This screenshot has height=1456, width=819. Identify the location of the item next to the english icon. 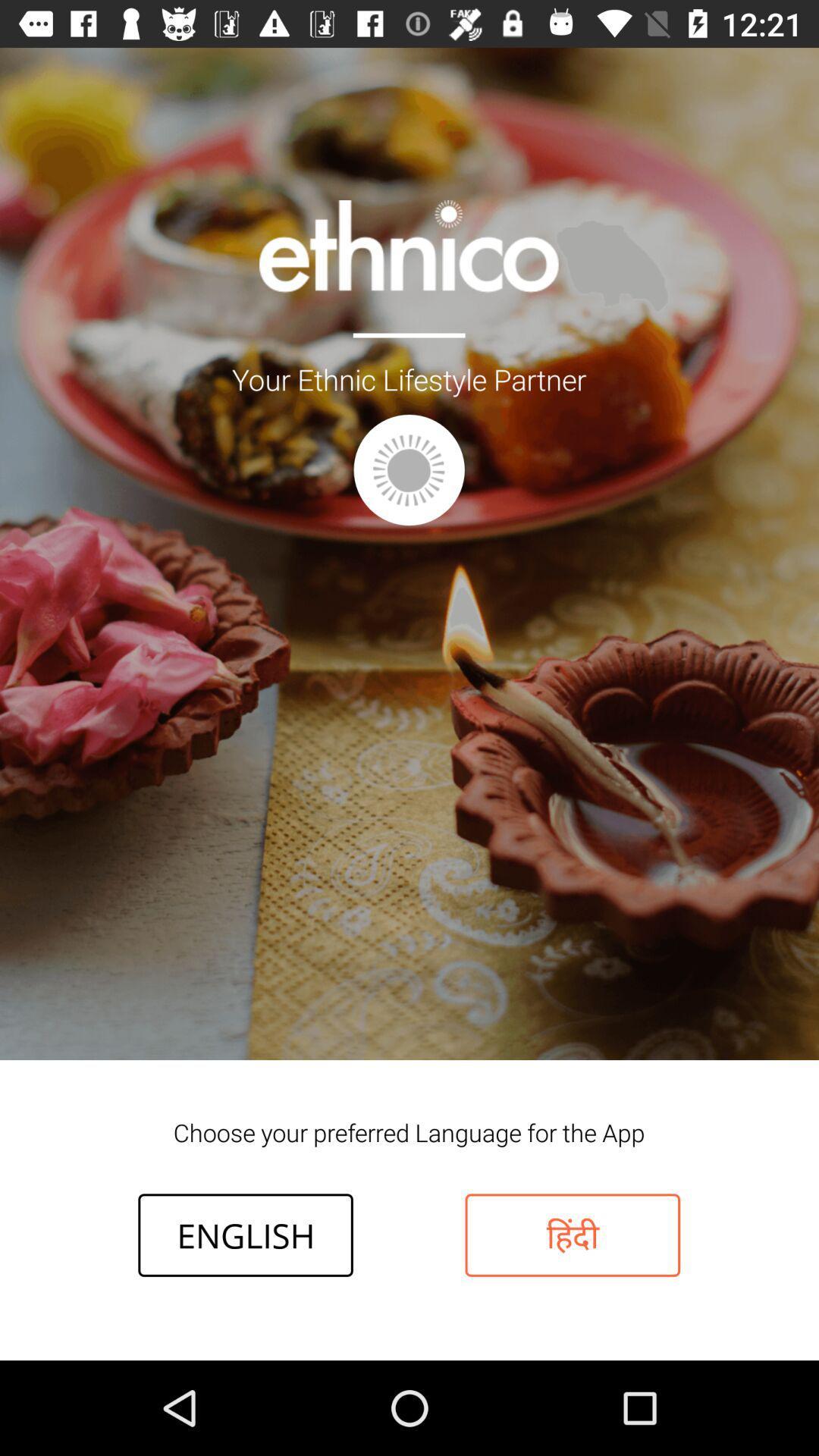
(573, 1235).